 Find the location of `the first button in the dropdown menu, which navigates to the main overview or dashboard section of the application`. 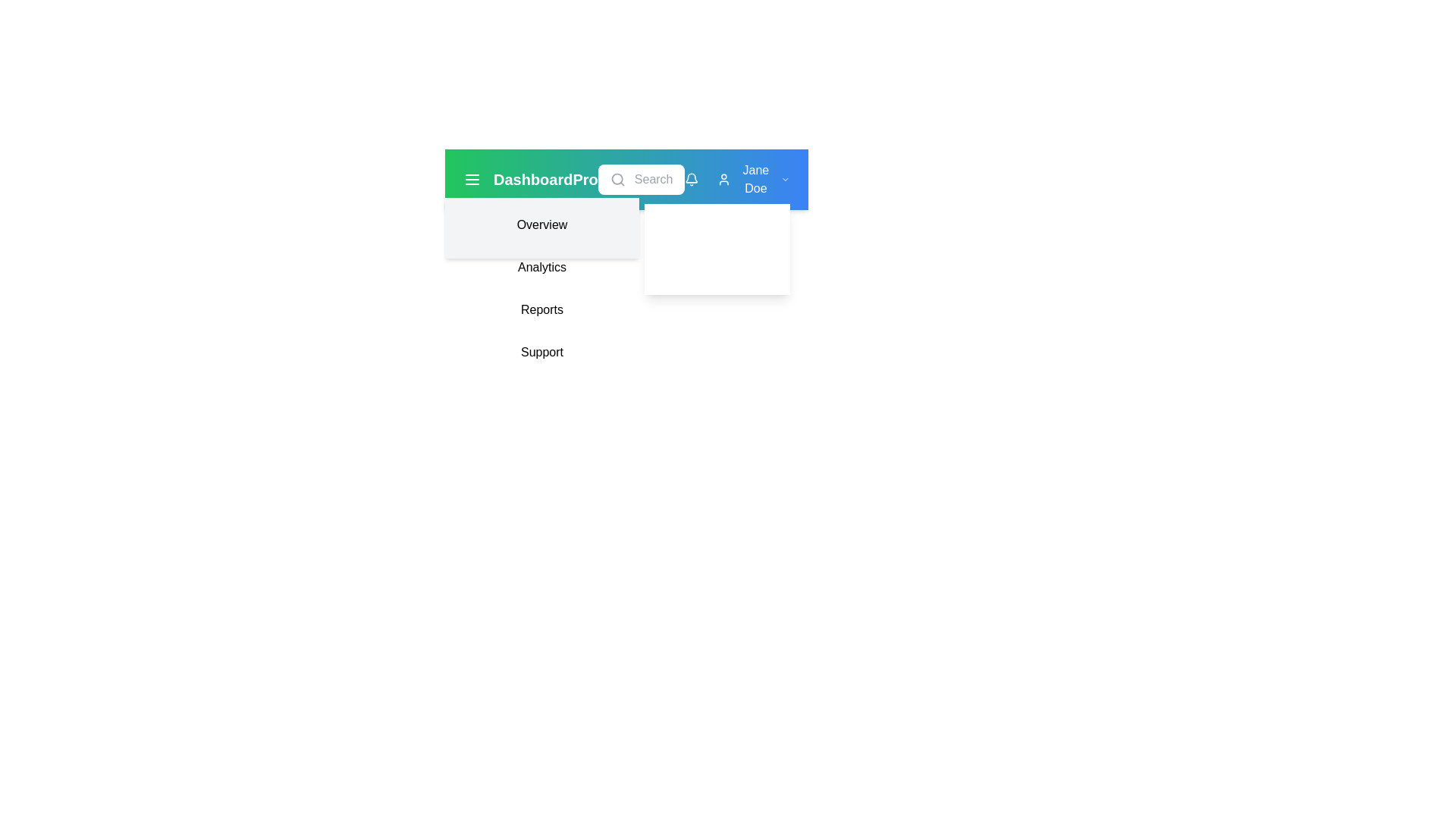

the first button in the dropdown menu, which navigates to the main overview or dashboard section of the application is located at coordinates (542, 225).